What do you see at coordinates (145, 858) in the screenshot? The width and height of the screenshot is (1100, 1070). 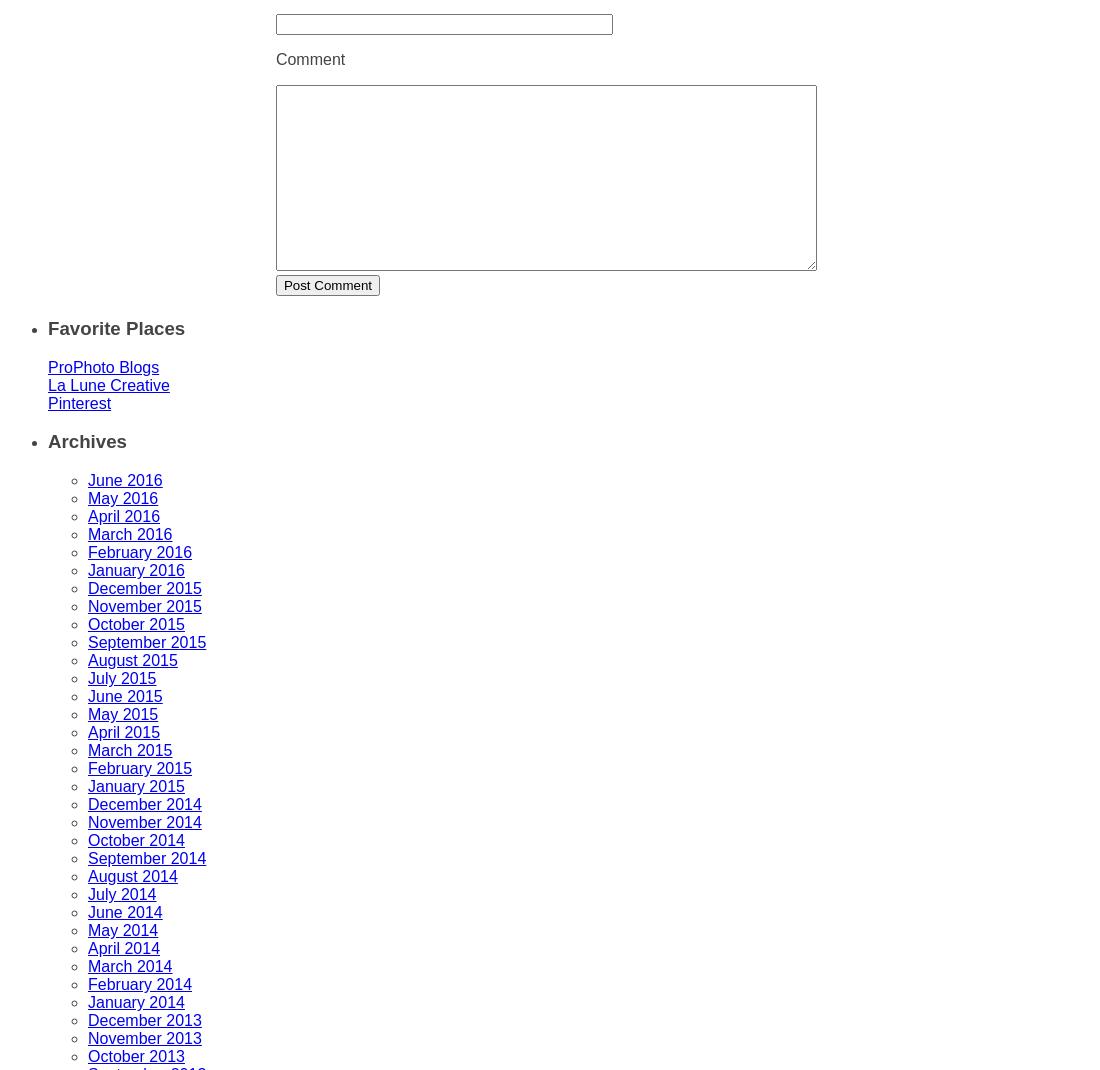 I see `'September 2014'` at bounding box center [145, 858].